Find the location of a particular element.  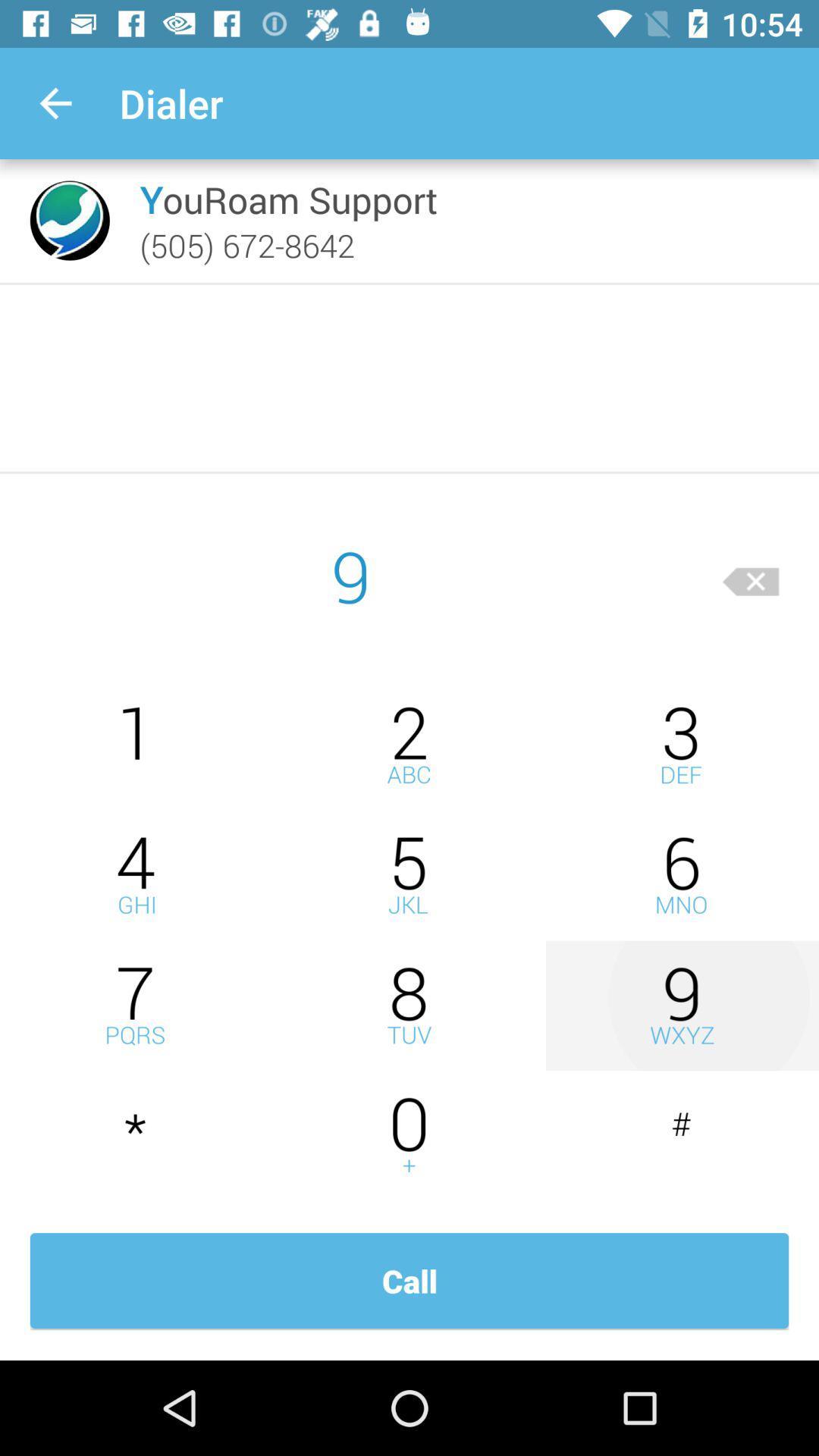

the icon below the youroam support item is located at coordinates (246, 245).